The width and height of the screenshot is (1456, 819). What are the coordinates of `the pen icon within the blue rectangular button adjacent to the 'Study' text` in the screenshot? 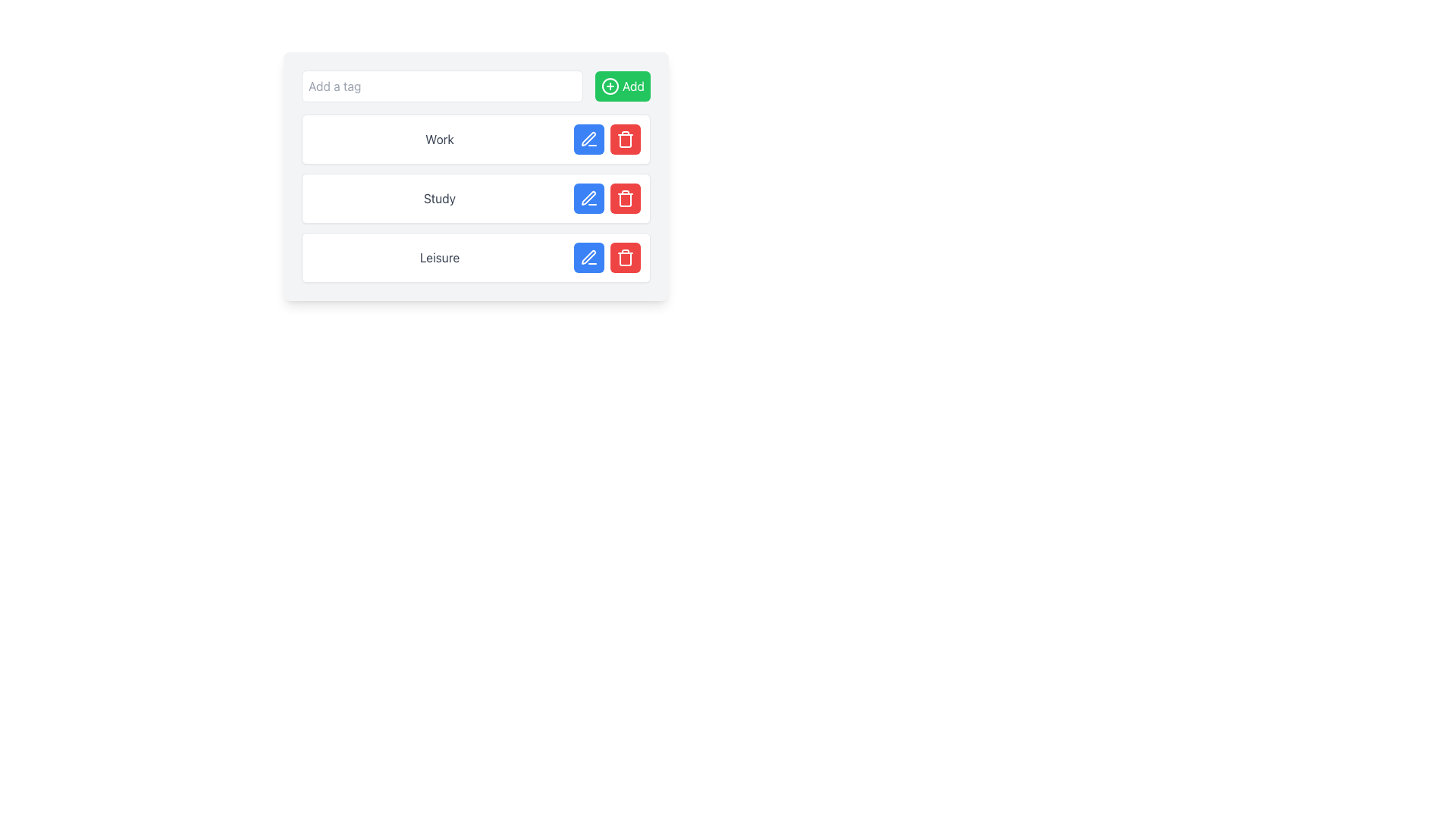 It's located at (588, 197).